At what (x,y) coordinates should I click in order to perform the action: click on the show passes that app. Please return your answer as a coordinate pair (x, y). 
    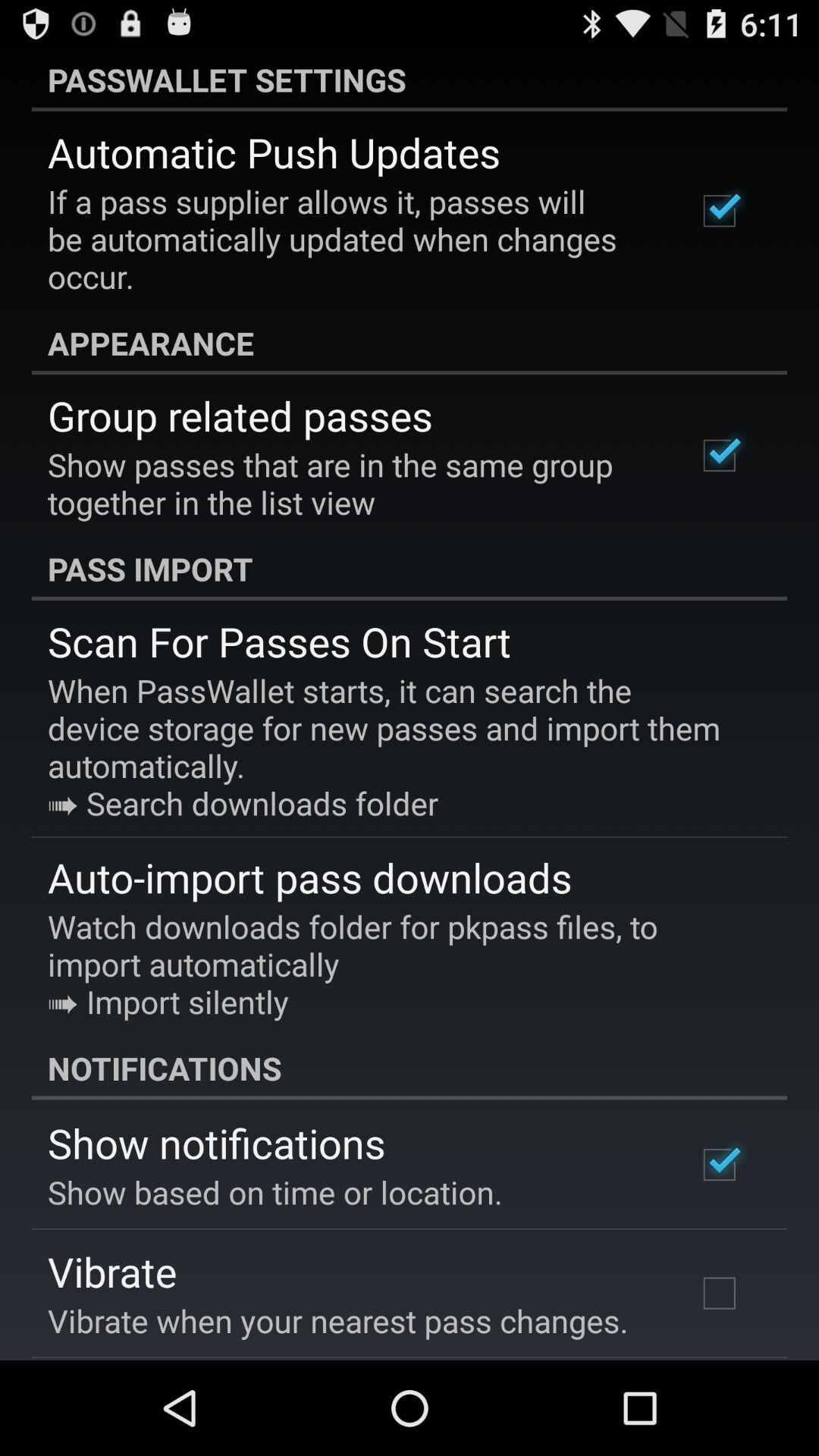
    Looking at the image, I should click on (351, 482).